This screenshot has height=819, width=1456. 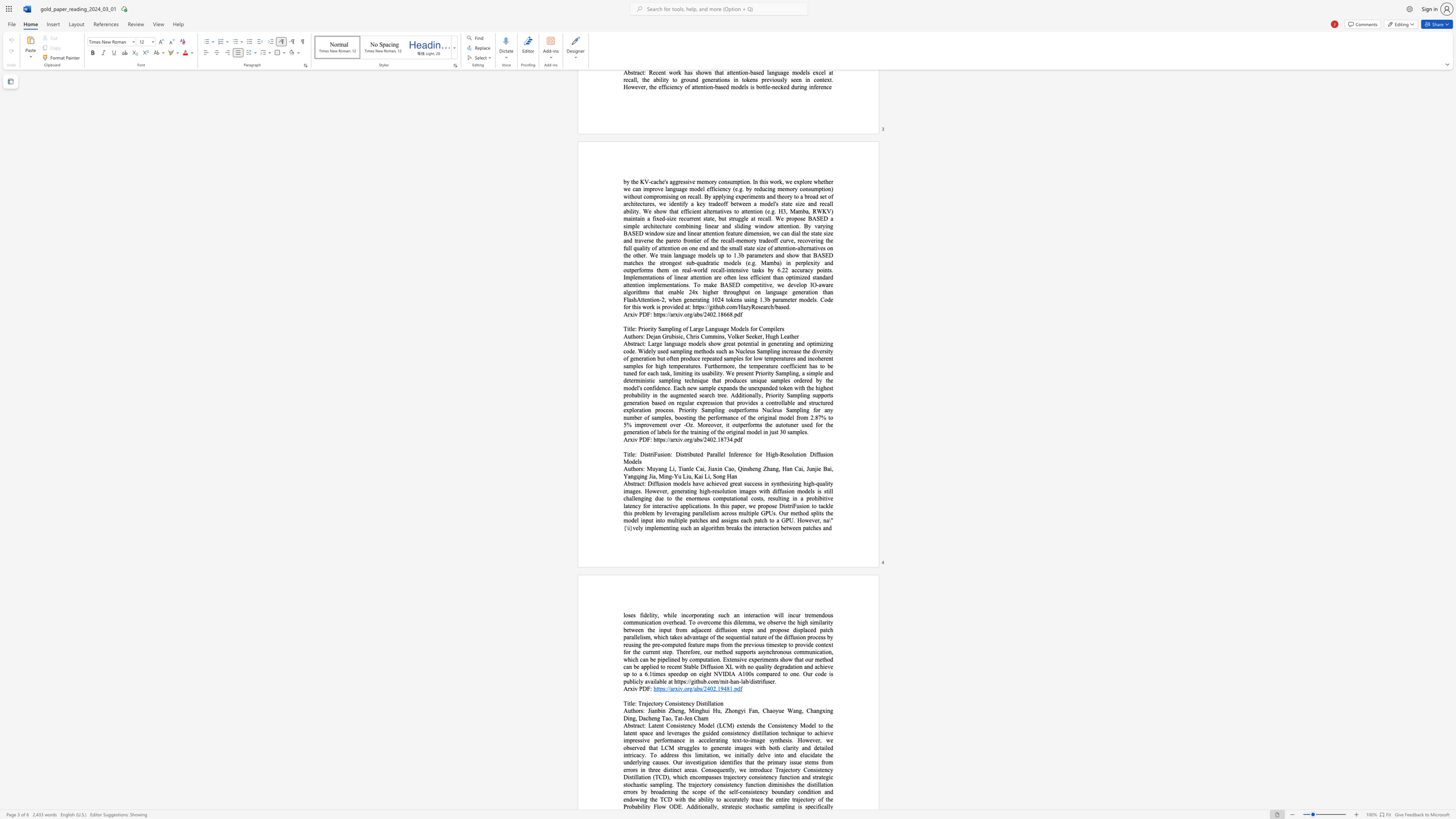 I want to click on the subset text "//arxiv.org/ab" within the text "https://arxiv.org/abs/2402.18734", so click(x=666, y=439).